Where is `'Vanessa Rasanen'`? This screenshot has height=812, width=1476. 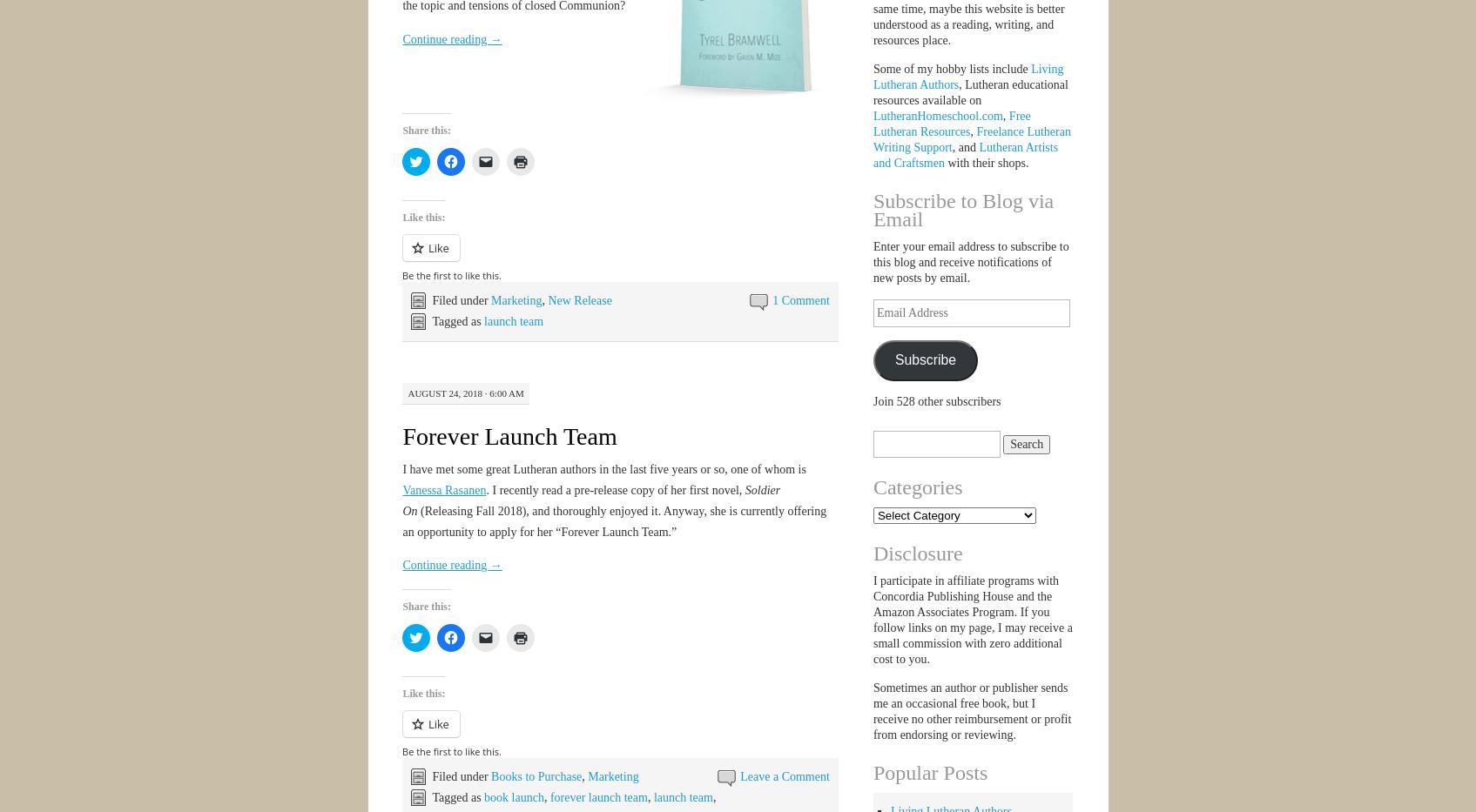
'Vanessa Rasanen' is located at coordinates (443, 489).